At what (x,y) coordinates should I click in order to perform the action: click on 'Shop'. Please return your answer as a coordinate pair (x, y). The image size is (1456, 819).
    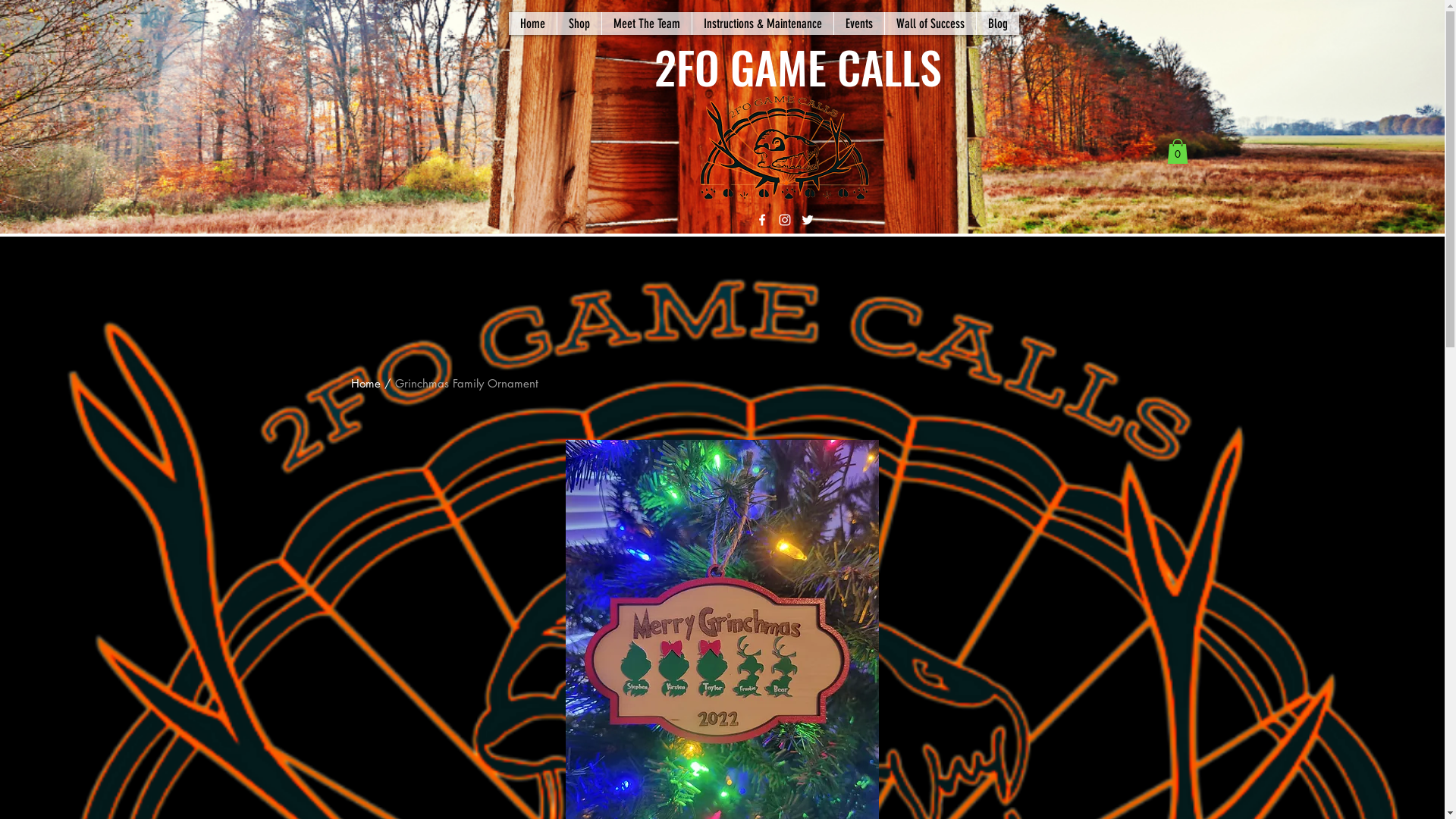
    Looking at the image, I should click on (578, 23).